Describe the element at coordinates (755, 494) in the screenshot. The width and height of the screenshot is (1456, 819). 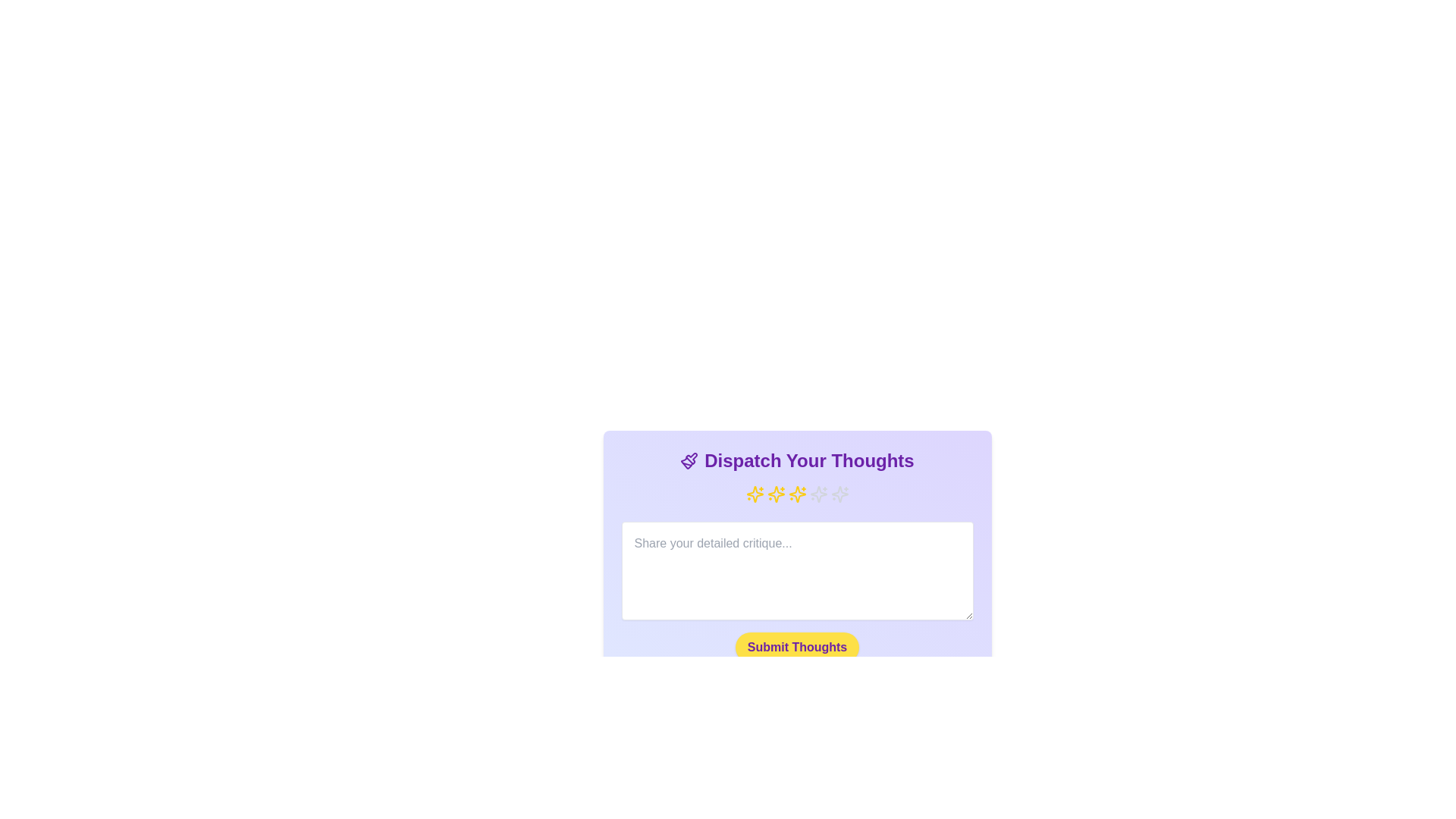
I see `the rating to 1 stars by clicking on the corresponding star icon` at that location.